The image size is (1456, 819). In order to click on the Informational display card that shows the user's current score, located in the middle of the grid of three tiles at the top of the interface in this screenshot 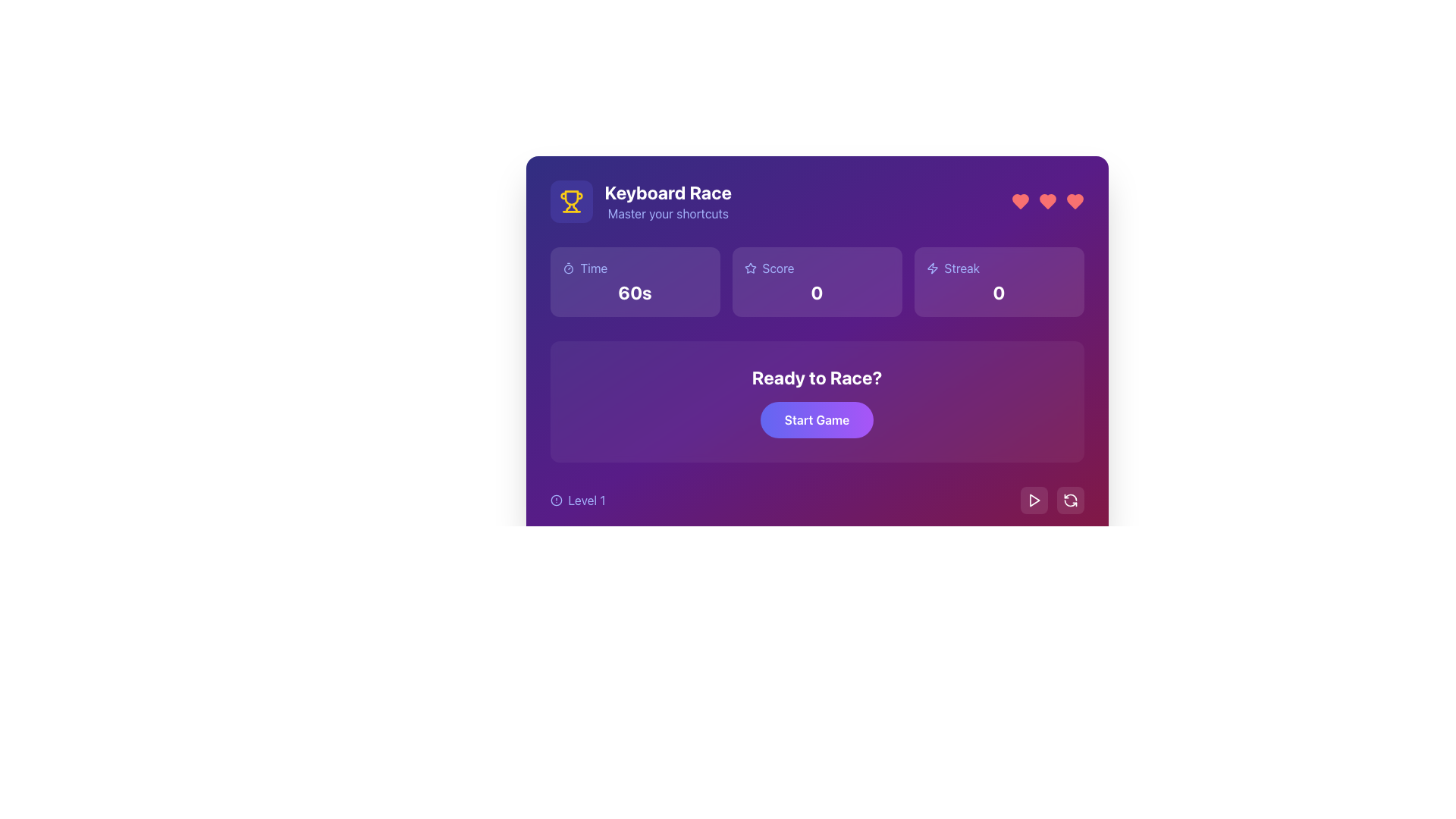, I will do `click(816, 281)`.